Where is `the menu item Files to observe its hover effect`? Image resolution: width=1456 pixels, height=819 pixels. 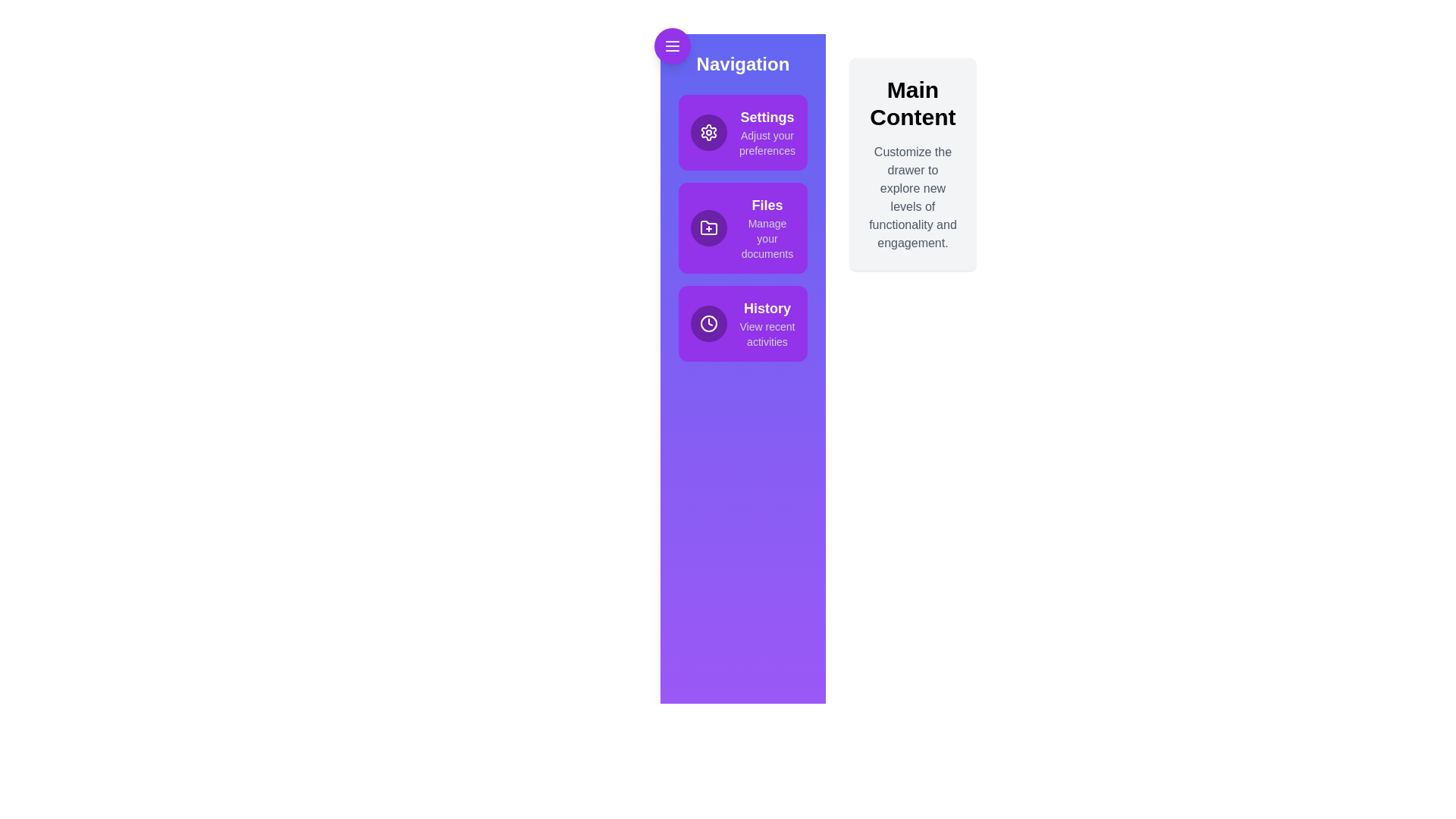 the menu item Files to observe its hover effect is located at coordinates (742, 227).